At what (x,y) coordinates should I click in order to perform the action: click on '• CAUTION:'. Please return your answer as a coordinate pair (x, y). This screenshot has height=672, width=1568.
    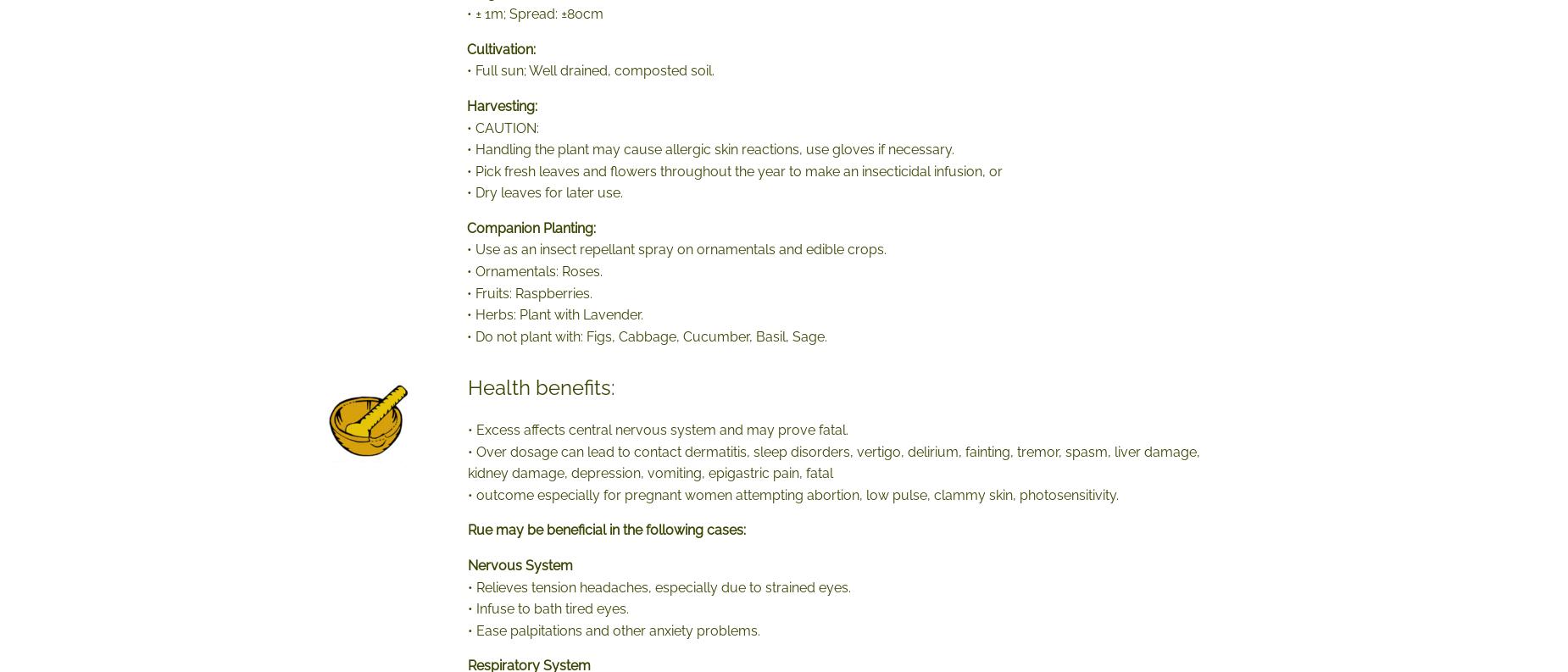
    Looking at the image, I should click on (503, 127).